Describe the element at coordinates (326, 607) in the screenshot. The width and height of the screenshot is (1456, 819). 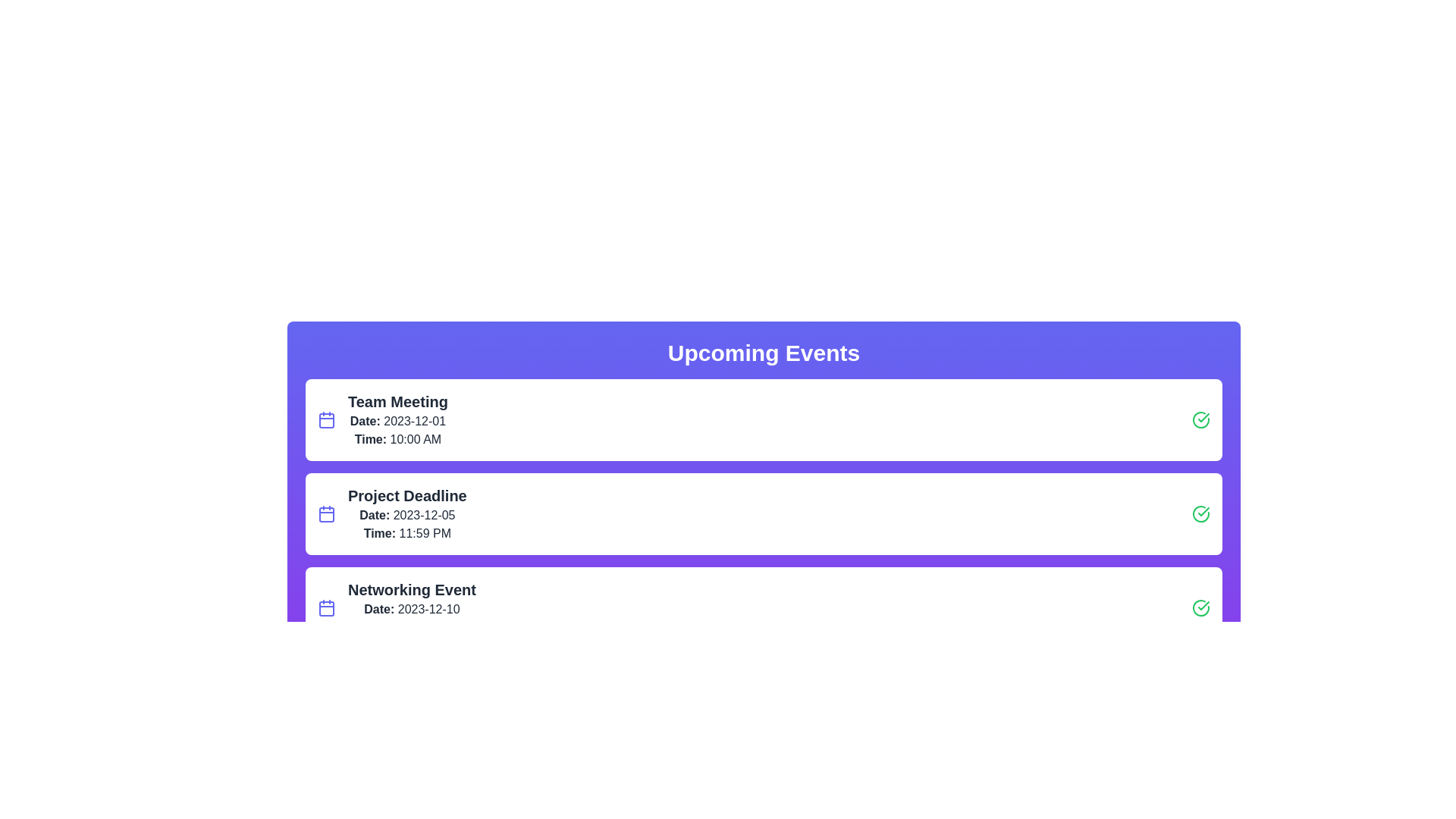
I see `the calendar icon element representing the date indicator for the 'Networking Event', which is styled in indigo and located next to the text 'Date: 2023-12-10'` at that location.